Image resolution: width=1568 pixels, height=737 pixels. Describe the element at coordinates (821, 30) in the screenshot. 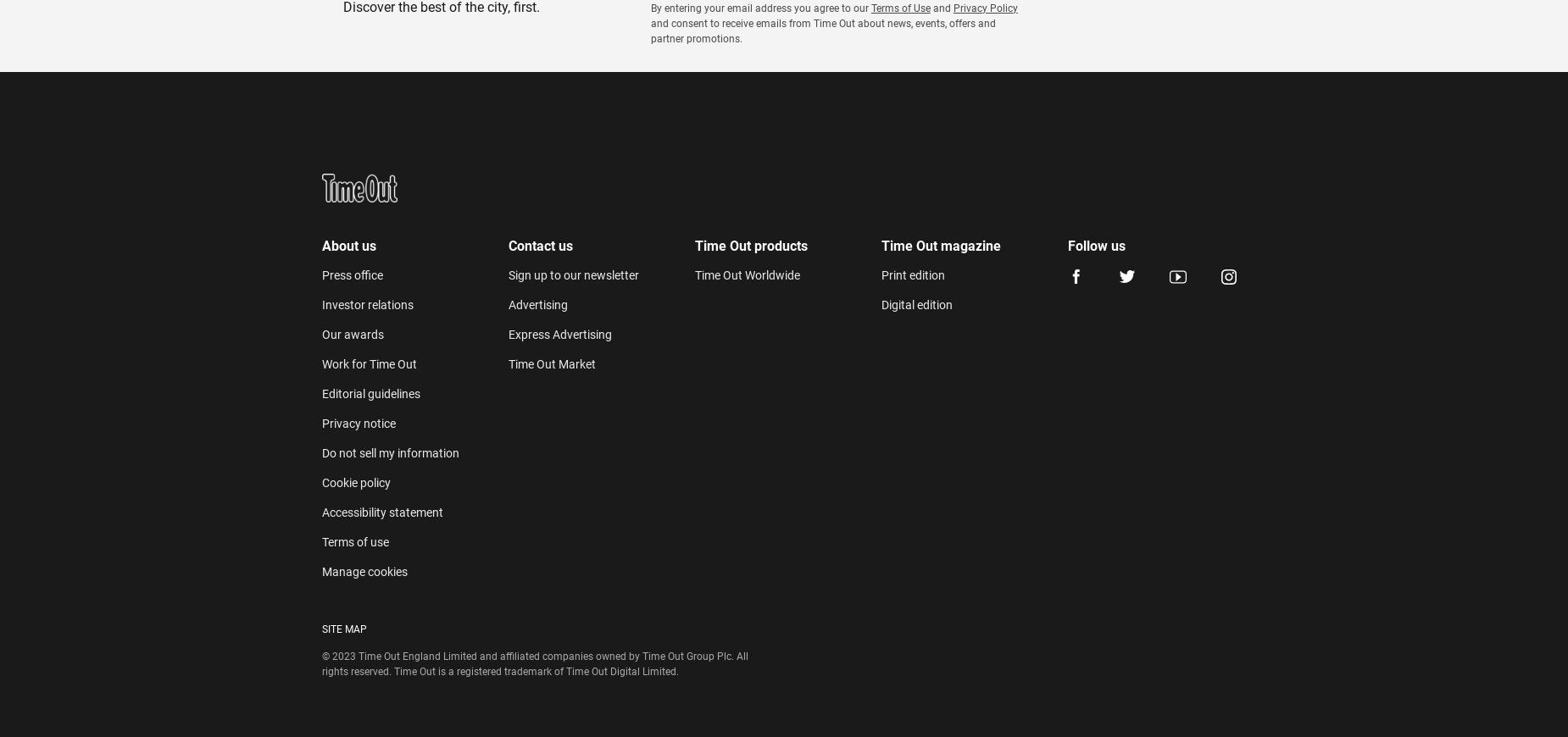

I see `'and consent to receive emails from Time Out about news, events, offers and partner promotions.'` at that location.